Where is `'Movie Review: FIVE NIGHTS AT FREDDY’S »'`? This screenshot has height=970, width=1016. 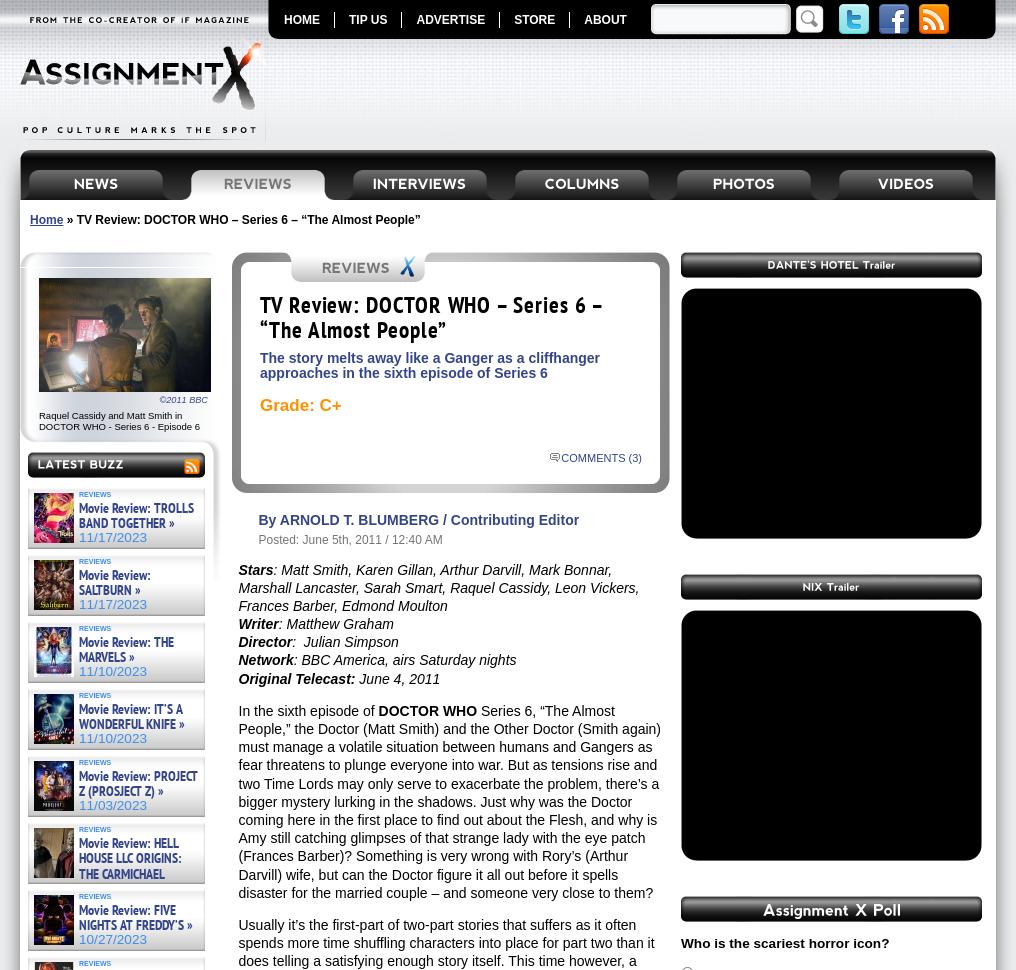
'Movie Review: FIVE NIGHTS AT FREDDY’S »' is located at coordinates (135, 917).